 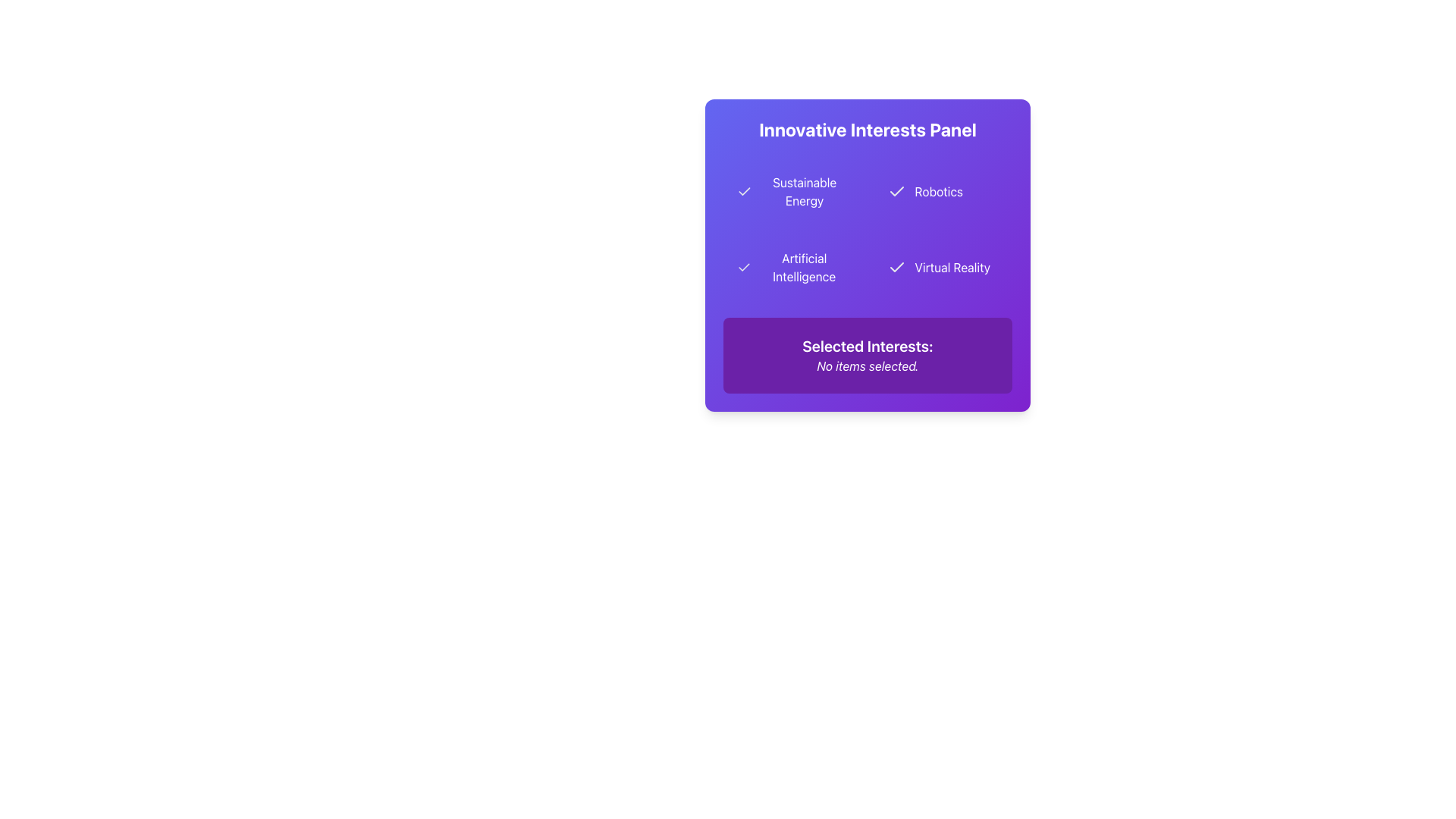 What do you see at coordinates (896, 267) in the screenshot?
I see `the checkmark icon representing the selected status for the 'Virtual Reality' option` at bounding box center [896, 267].